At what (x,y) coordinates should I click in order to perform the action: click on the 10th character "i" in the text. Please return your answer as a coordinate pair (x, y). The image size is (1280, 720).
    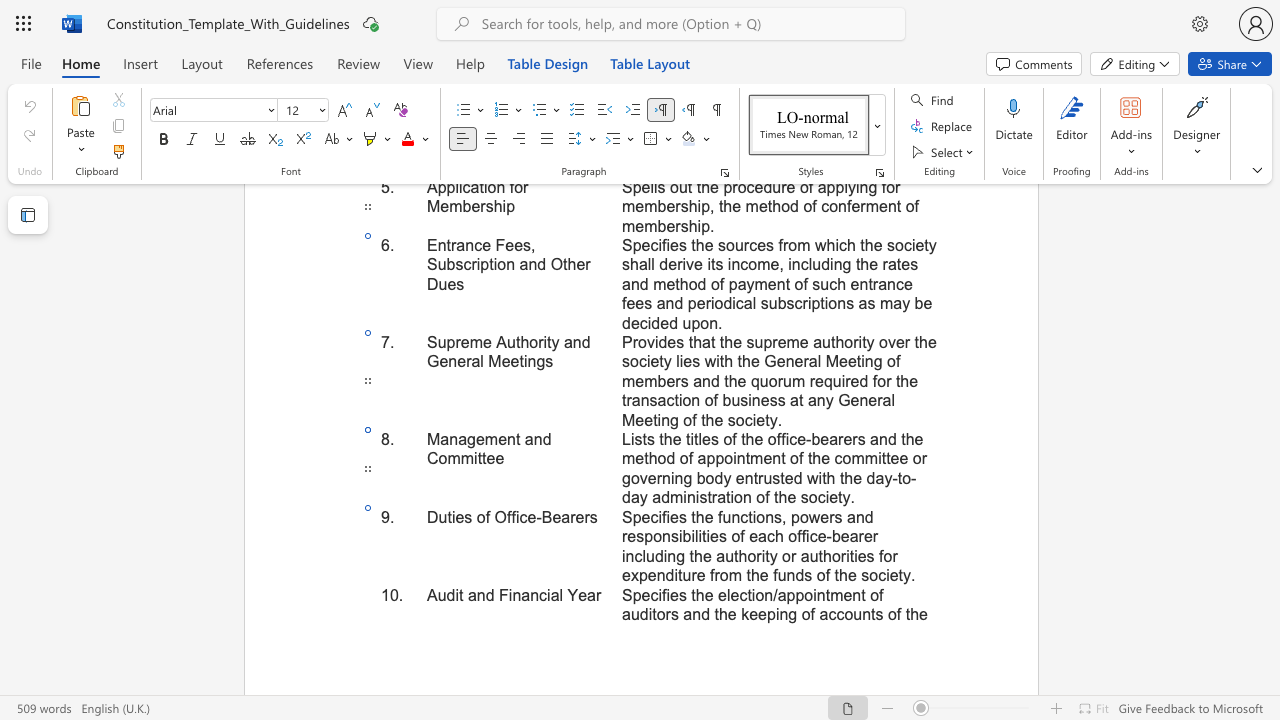
    Looking at the image, I should click on (731, 496).